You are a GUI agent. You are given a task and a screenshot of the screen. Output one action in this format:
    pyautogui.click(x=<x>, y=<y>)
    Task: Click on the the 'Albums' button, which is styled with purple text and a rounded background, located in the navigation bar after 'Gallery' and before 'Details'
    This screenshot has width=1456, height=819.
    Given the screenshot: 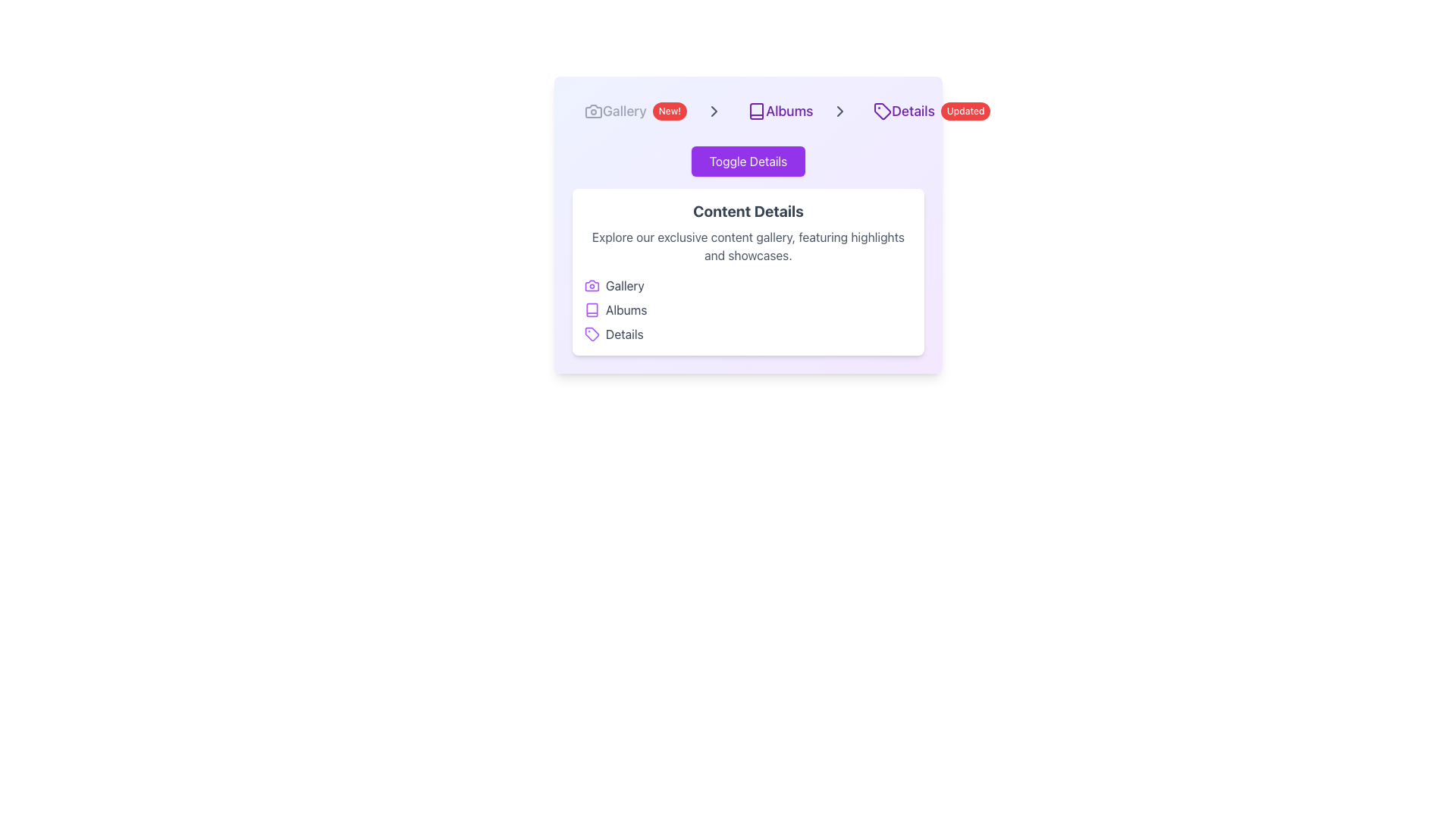 What is the action you would take?
    pyautogui.click(x=780, y=110)
    